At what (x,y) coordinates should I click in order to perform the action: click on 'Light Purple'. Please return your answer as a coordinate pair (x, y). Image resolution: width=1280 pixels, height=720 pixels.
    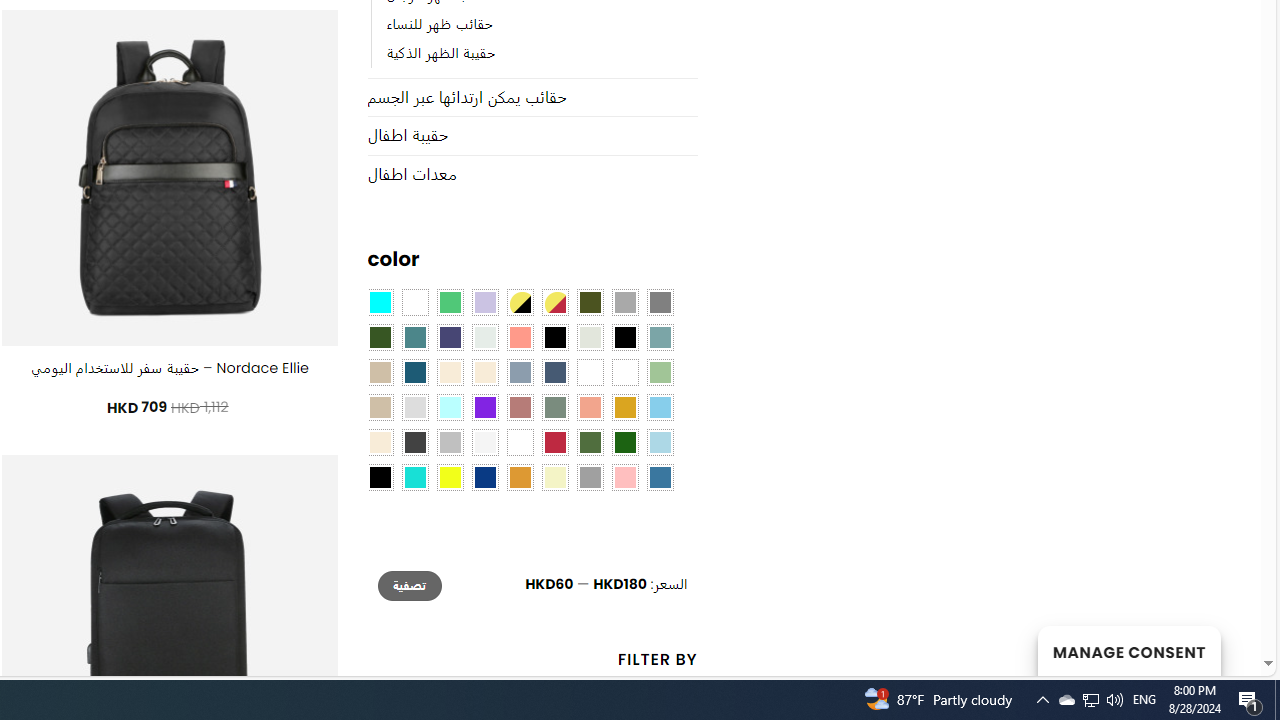
    Looking at the image, I should click on (485, 303).